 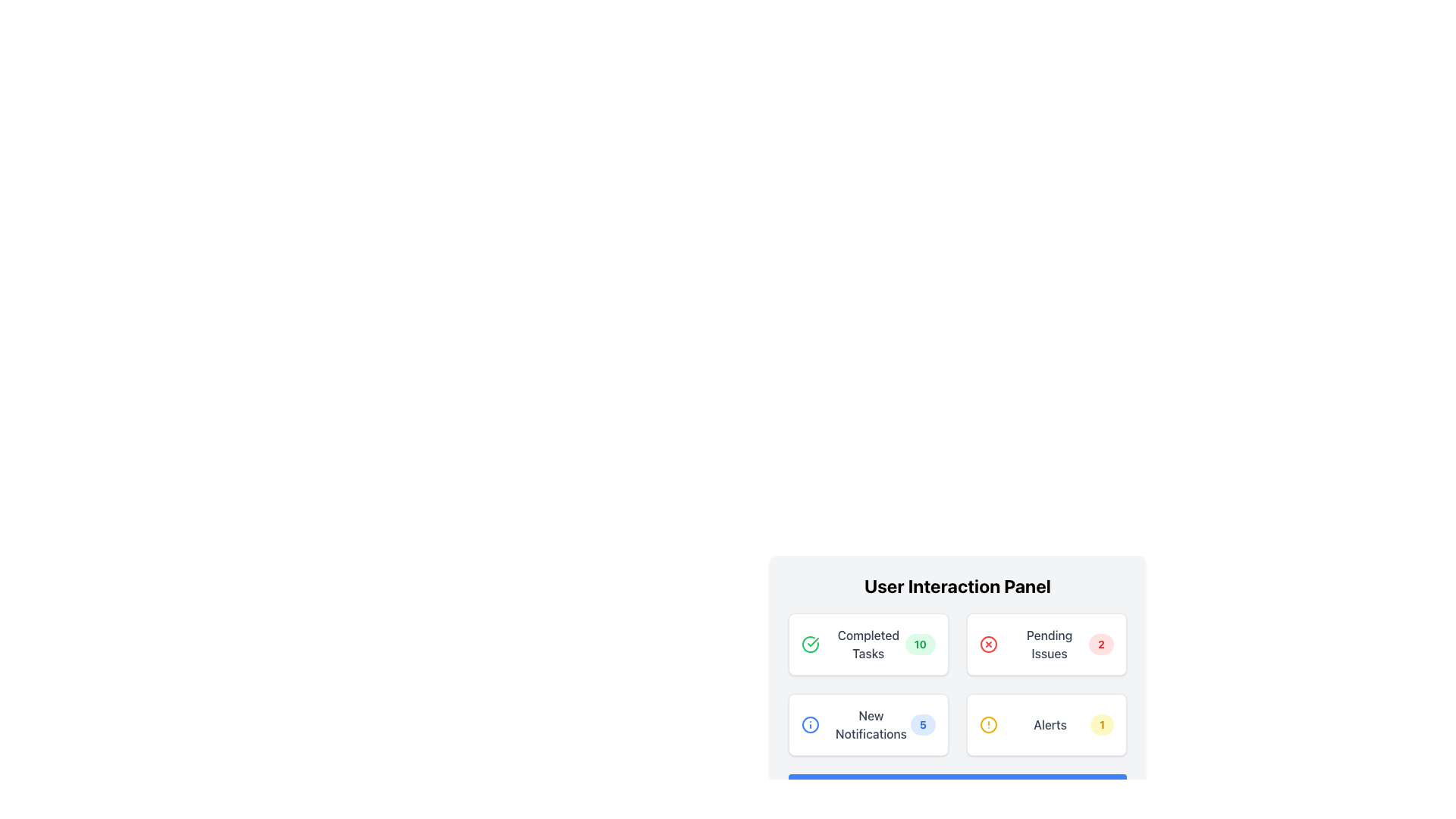 I want to click on the yellow circular warning icon located in the 'Alerts' section, which is adjacent to the label 'Alerts' and displays a yellow badge with the number '1', so click(x=989, y=724).